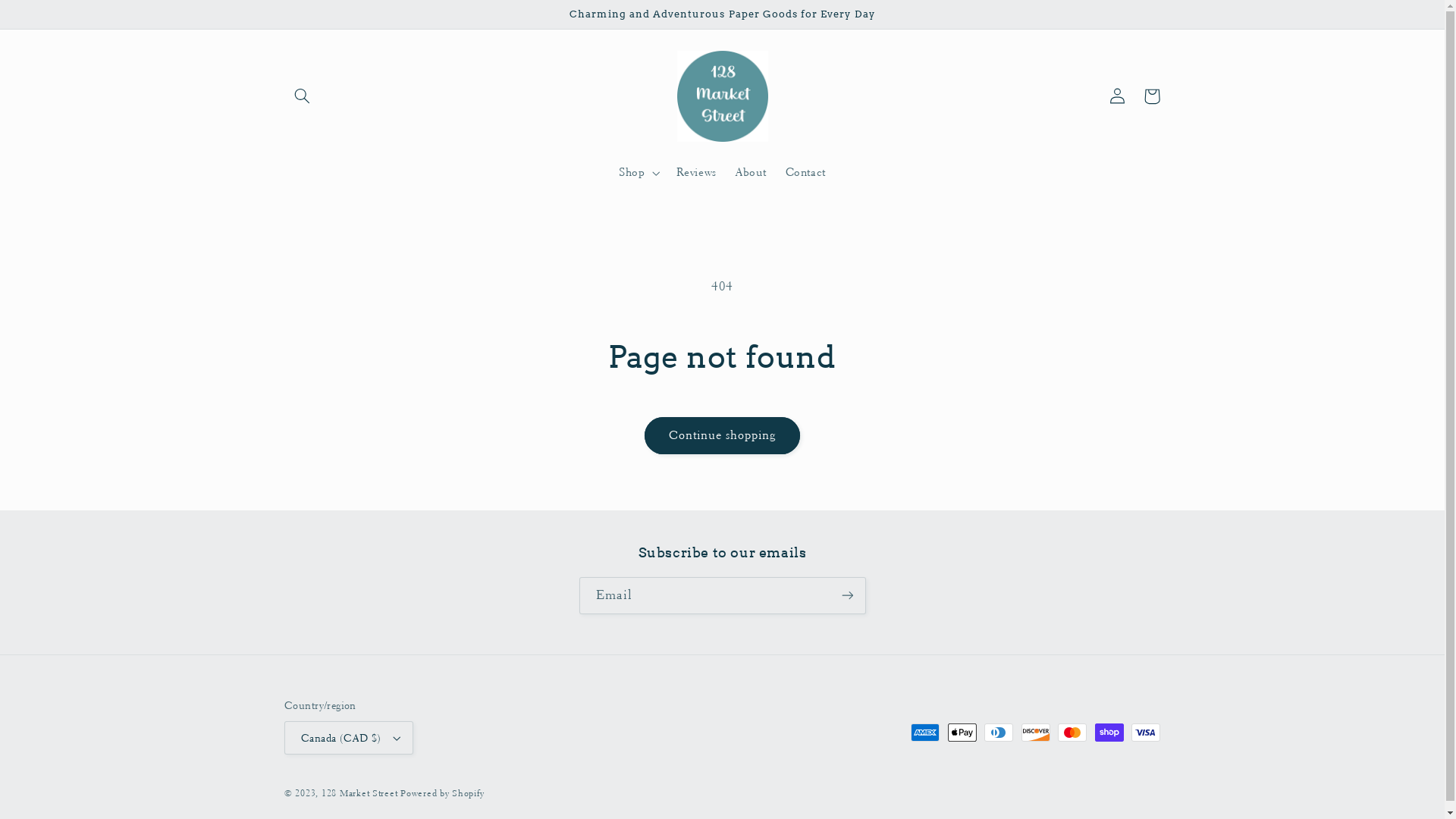 Image resolution: width=1456 pixels, height=819 pixels. What do you see at coordinates (695, 171) in the screenshot?
I see `'Reviews'` at bounding box center [695, 171].